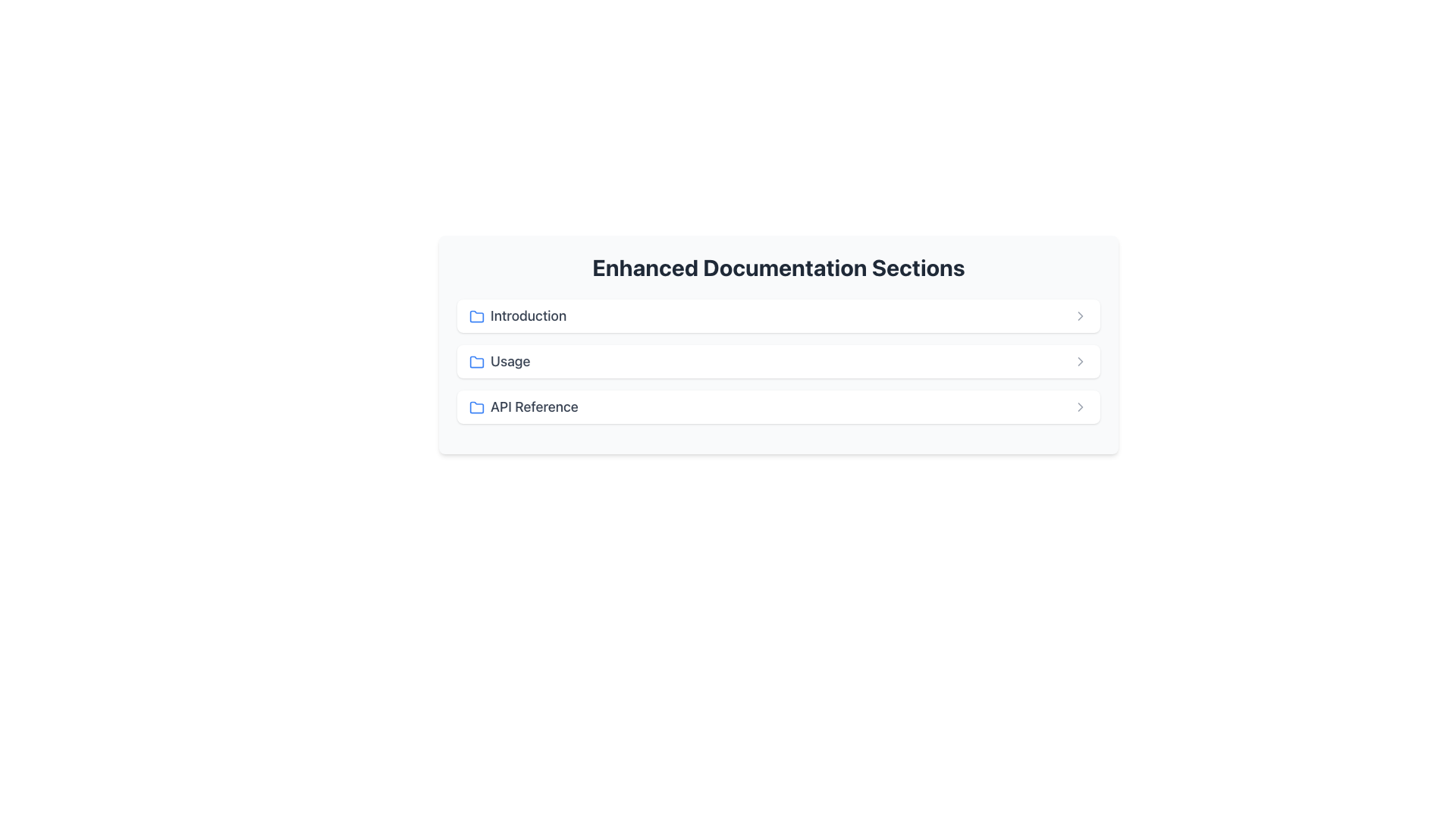  I want to click on the chevron icon located at the far right of the 'API Reference' row in the navigation list, indicating expandable content, so click(1080, 362).